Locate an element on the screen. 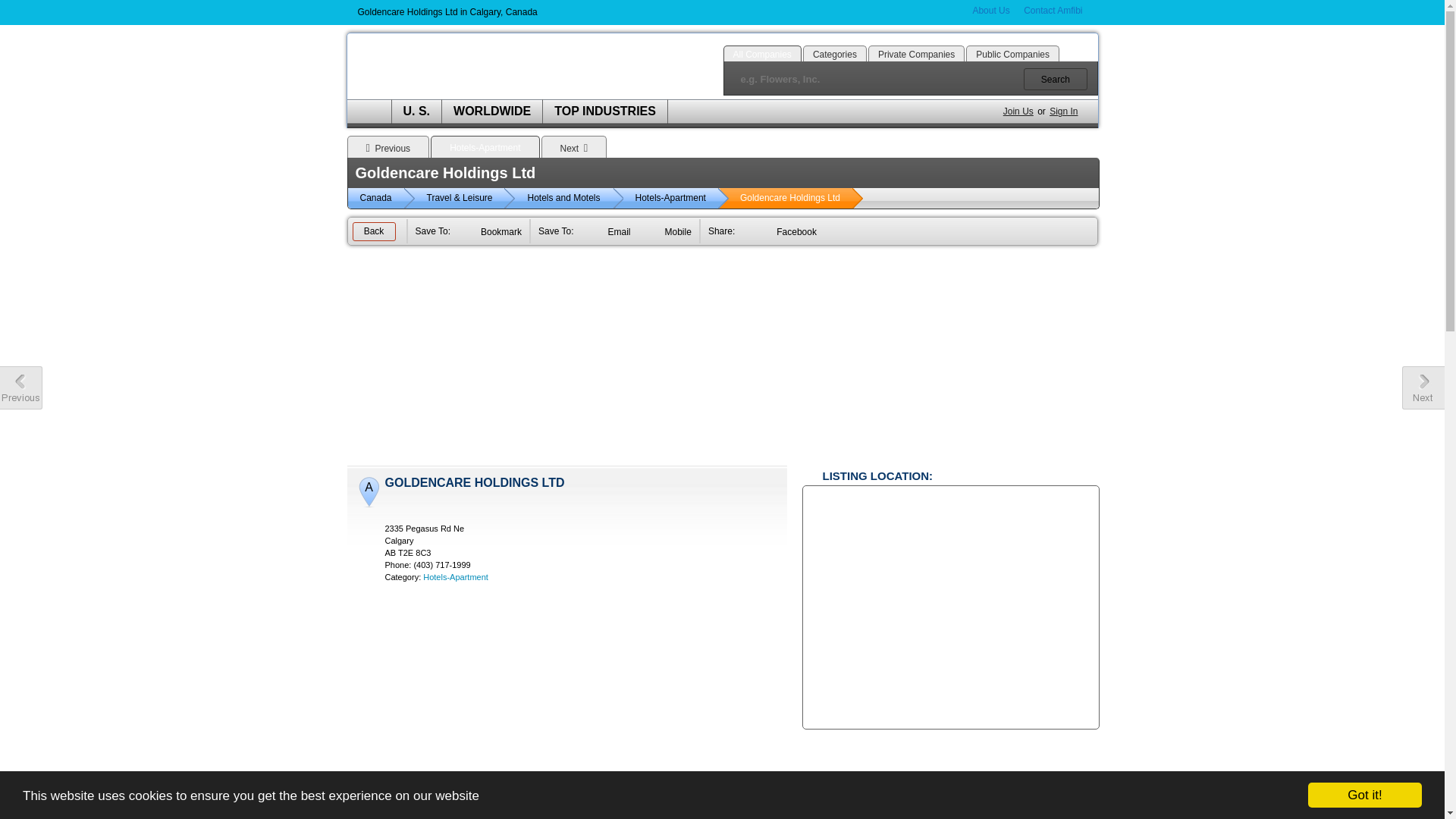 The height and width of the screenshot is (819, 1456). 'Contact Amfibi' is located at coordinates (1051, 11).